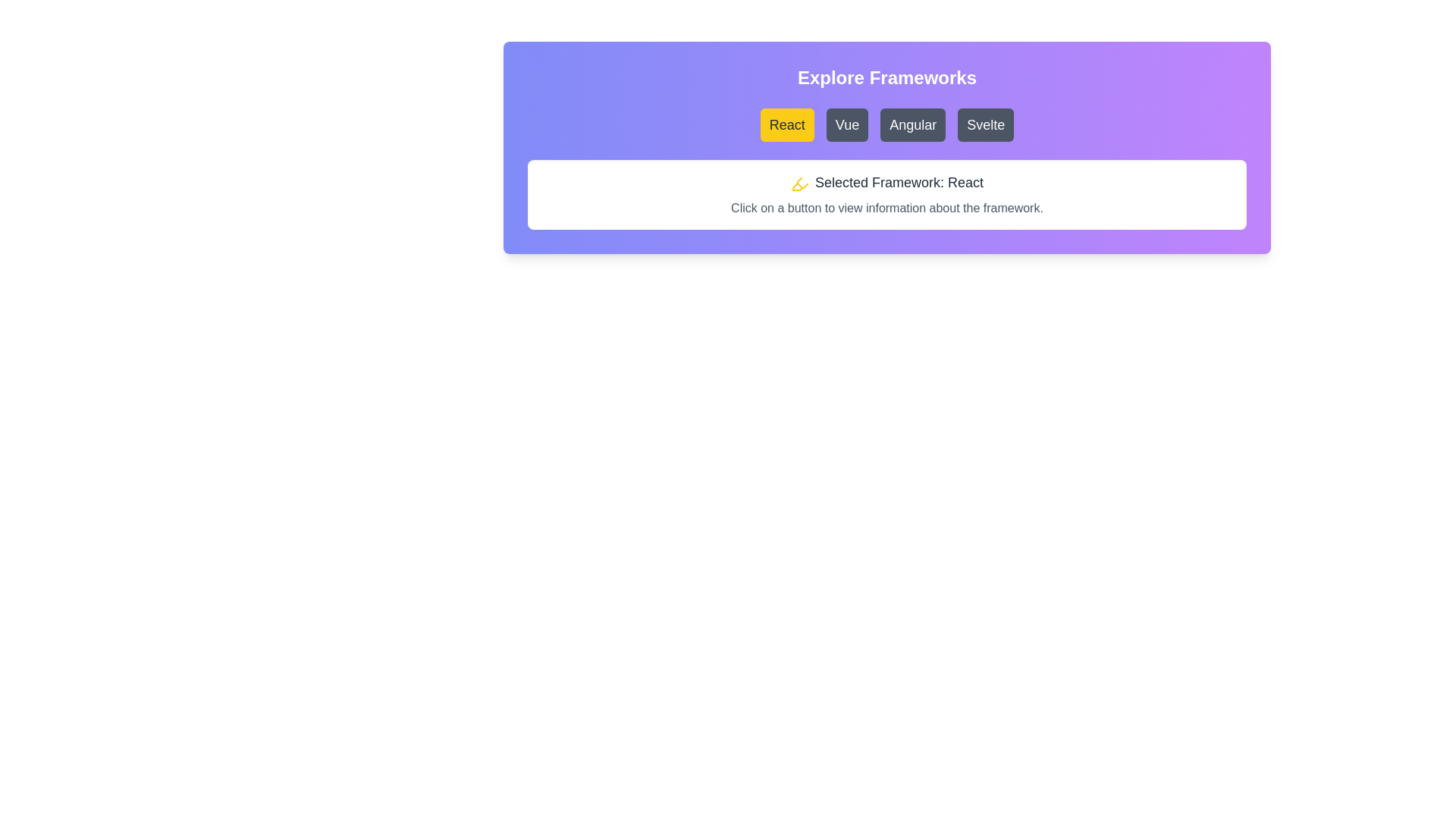 The image size is (1456, 819). What do you see at coordinates (887, 194) in the screenshot?
I see `information displayed in the Informational Display Box that shows 'Selected Framework: React' with a yellow icon before it` at bounding box center [887, 194].